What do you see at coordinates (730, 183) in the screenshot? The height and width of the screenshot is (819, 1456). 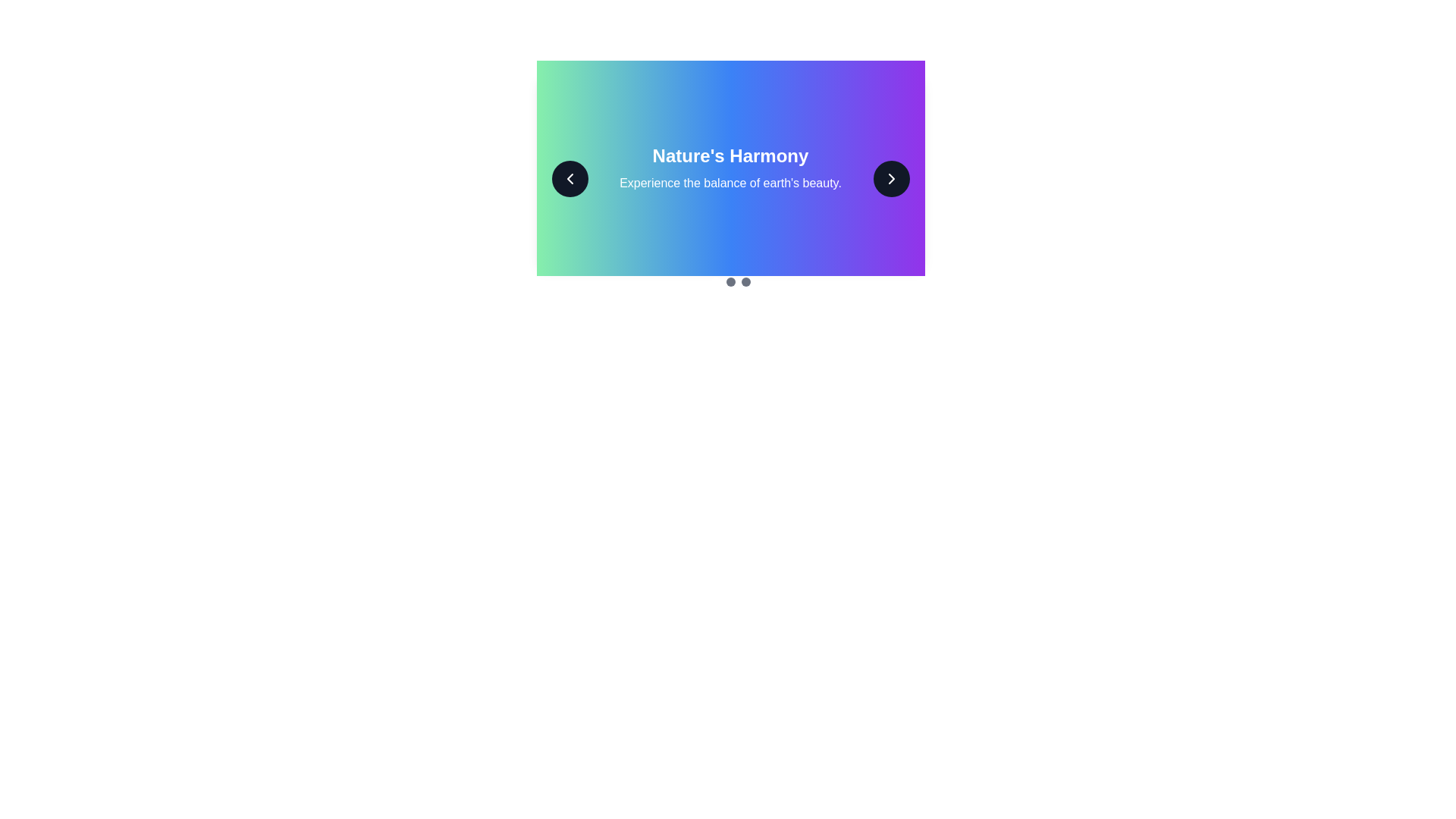 I see `the descriptive text element located below the title 'Urban Excitement' in the multi-section carousel` at bounding box center [730, 183].